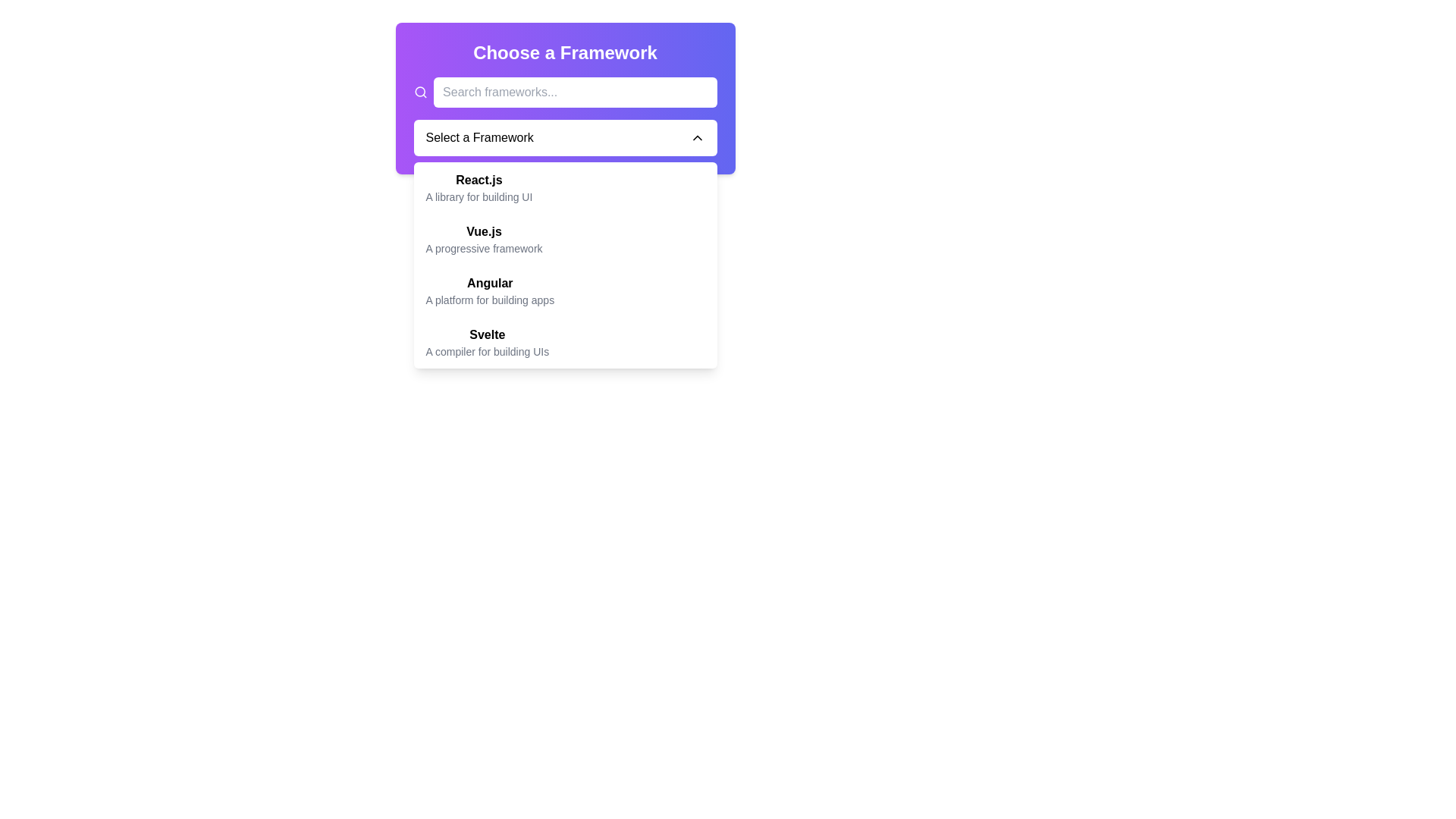 The height and width of the screenshot is (819, 1456). Describe the element at coordinates (483, 247) in the screenshot. I see `description text label for 'Vue.js' located within the dropdown menu, positioned as a subtitle under the bold text 'Vue.js'` at that location.